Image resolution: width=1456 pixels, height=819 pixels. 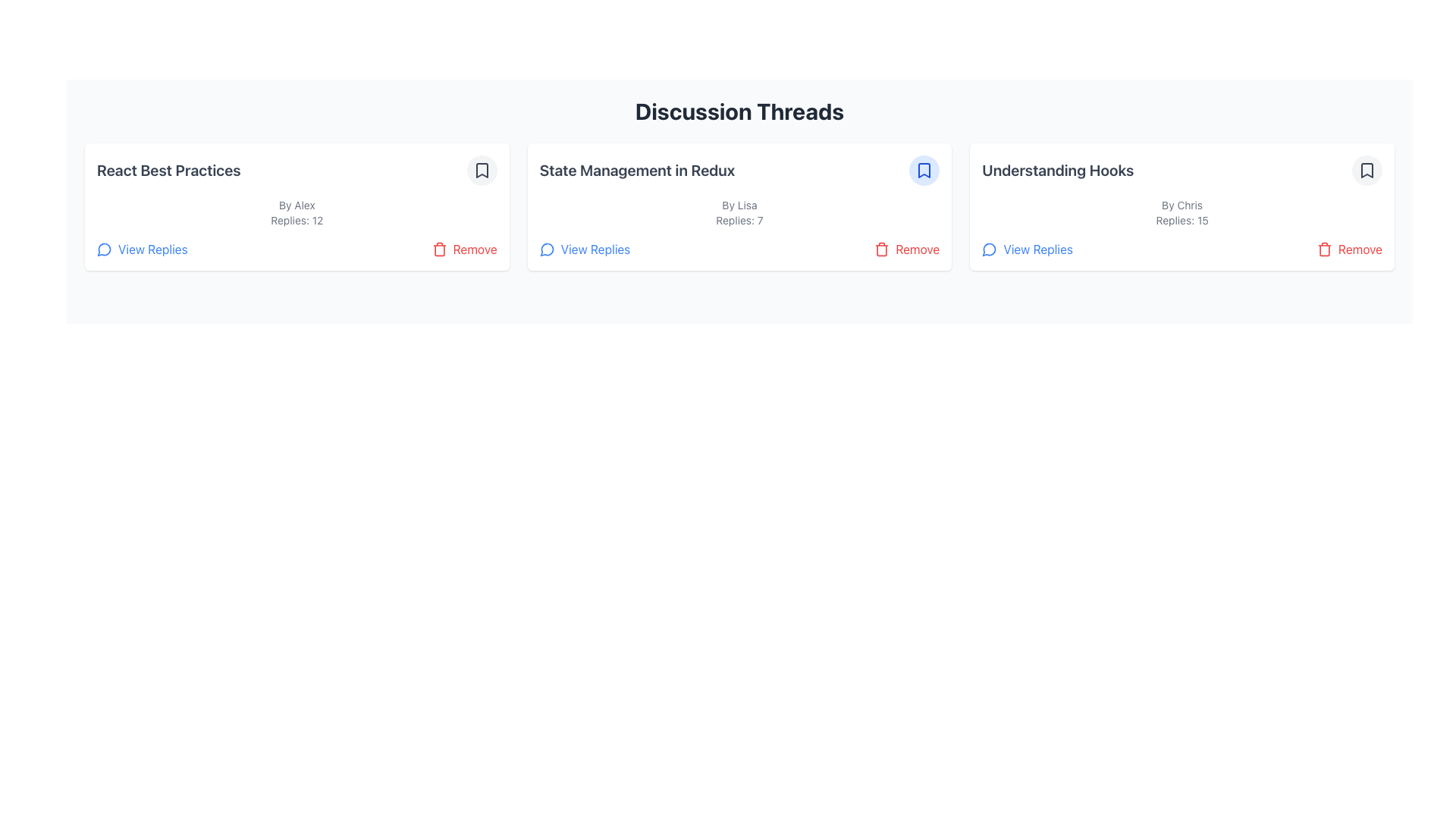 I want to click on the bookmark-shaped icon located in the top-right corner of the 'React Best Practices' discussion thread, so click(x=481, y=170).